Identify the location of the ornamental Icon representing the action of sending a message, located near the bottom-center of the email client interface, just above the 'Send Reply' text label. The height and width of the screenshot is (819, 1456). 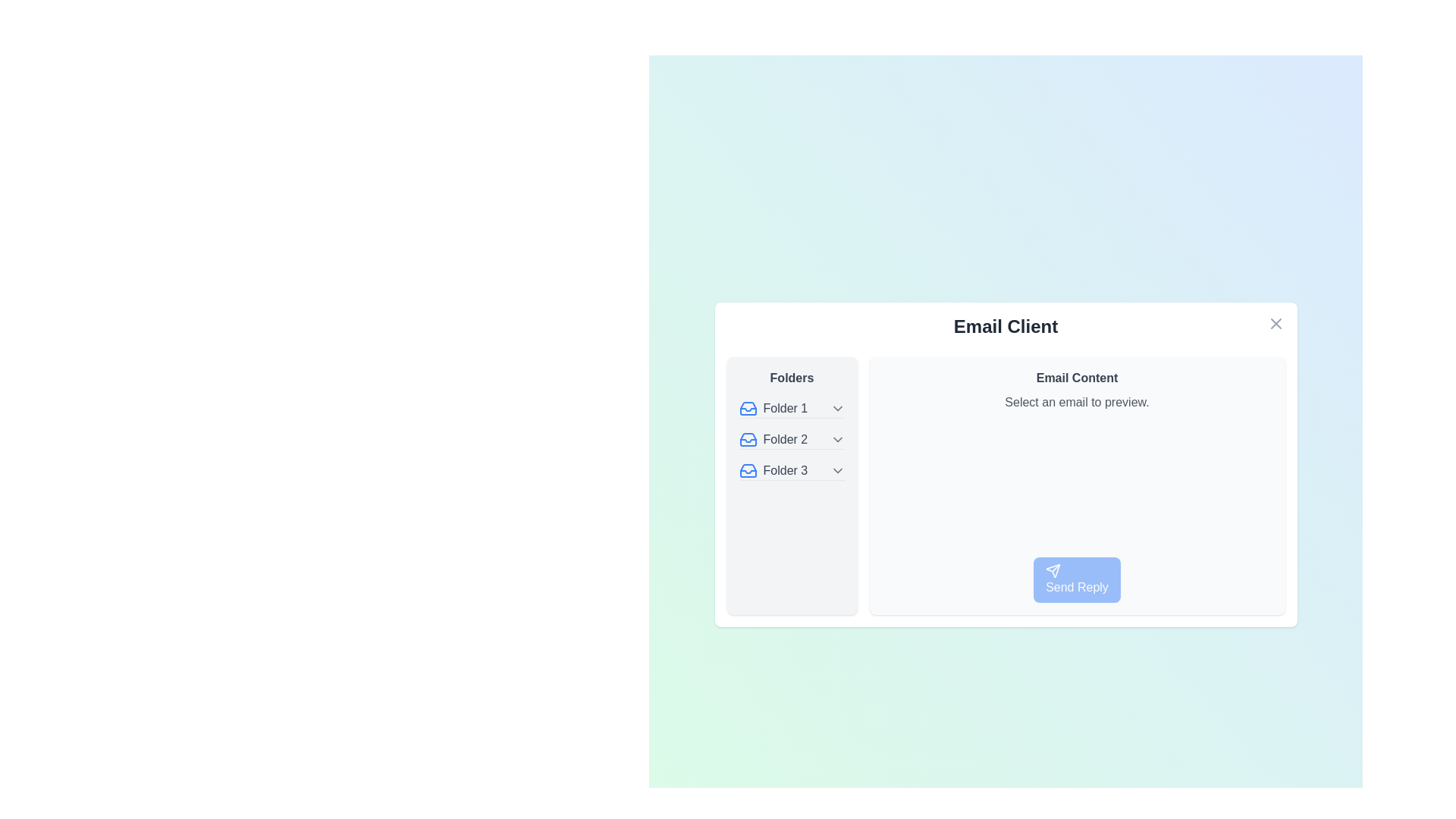
(1053, 570).